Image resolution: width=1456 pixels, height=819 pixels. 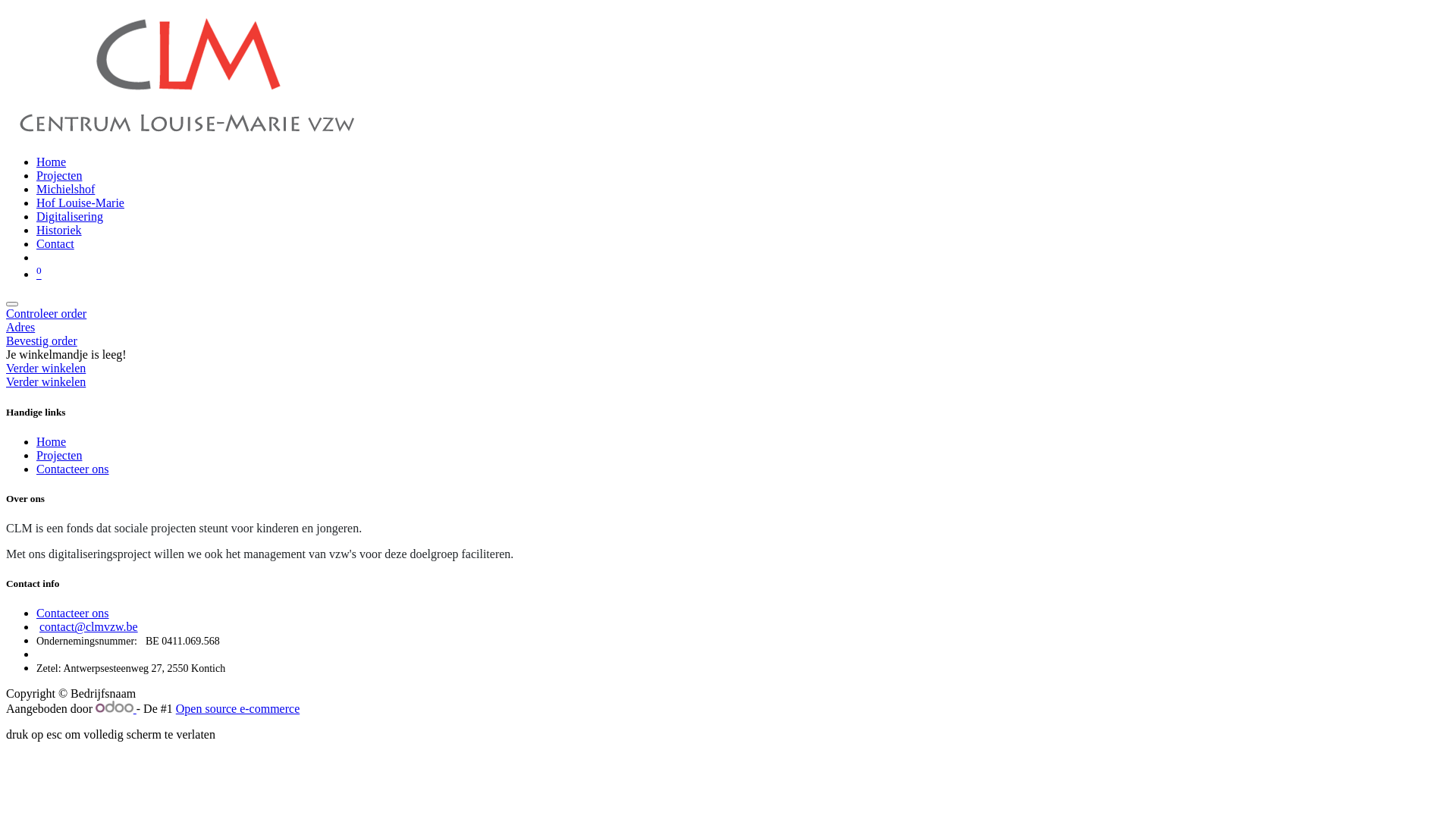 I want to click on 'Contact', so click(x=55, y=243).